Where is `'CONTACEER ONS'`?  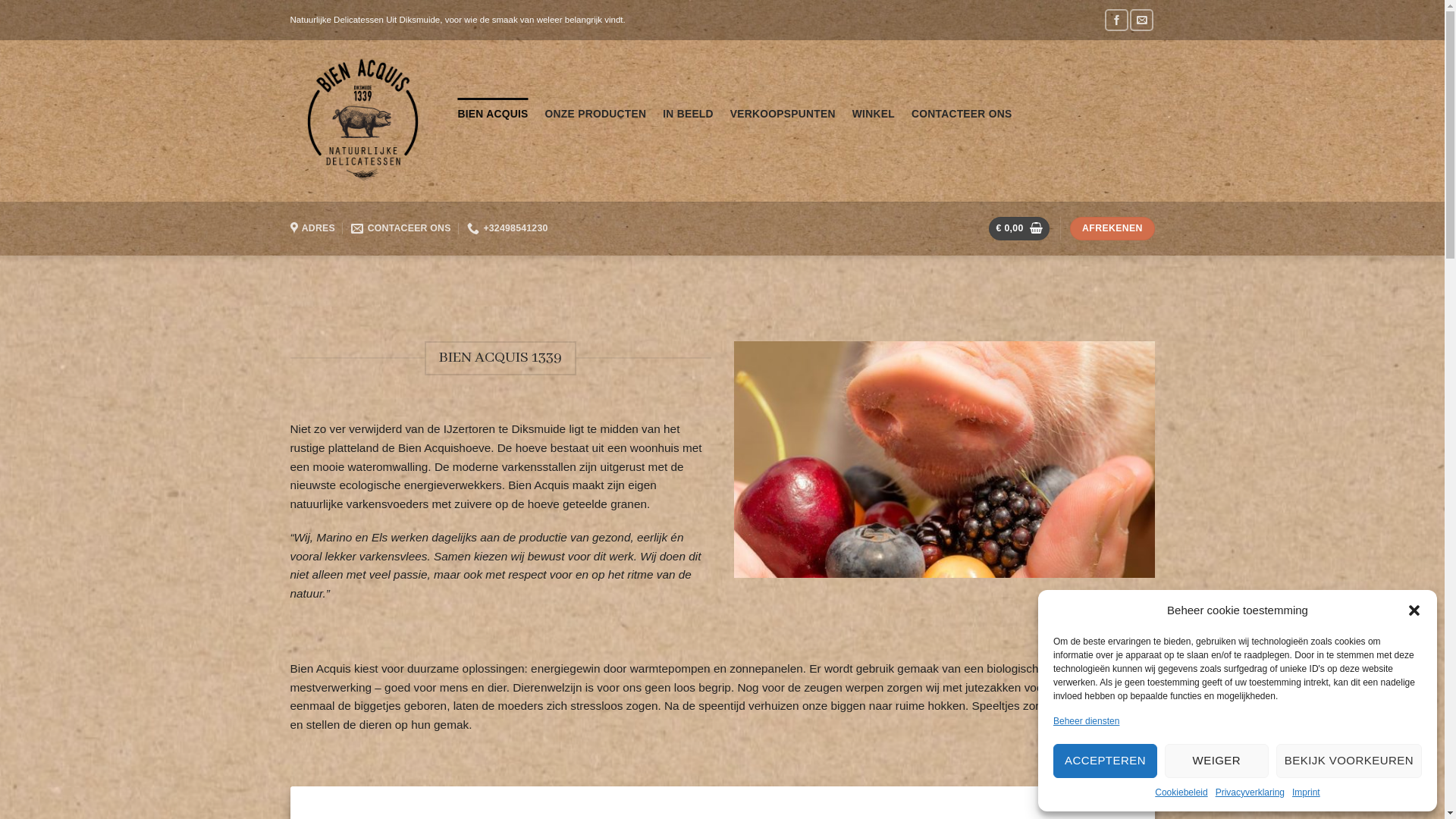
'CONTACEER ONS' is located at coordinates (400, 228).